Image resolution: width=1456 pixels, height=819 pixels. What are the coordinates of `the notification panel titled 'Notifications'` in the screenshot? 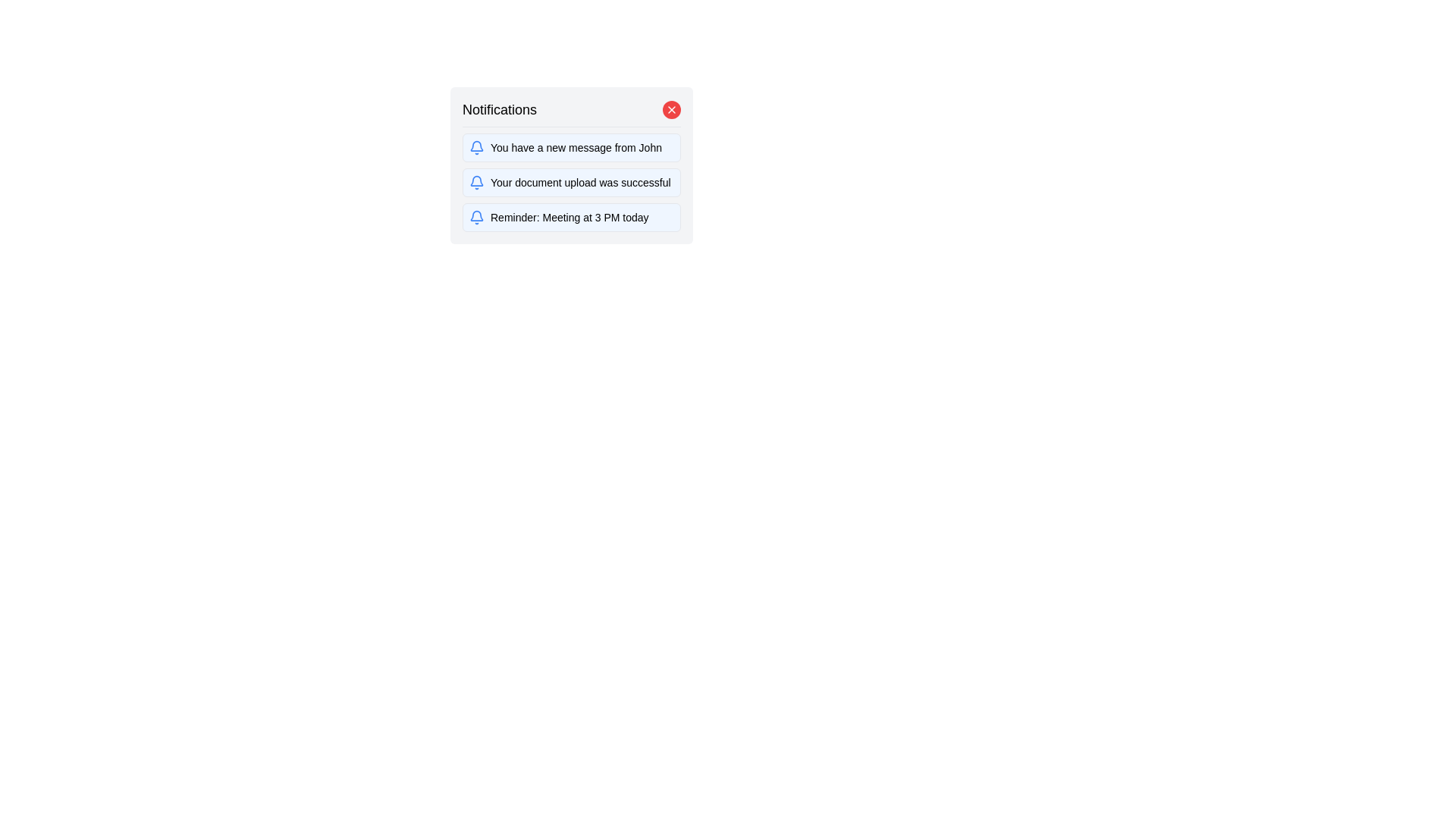 It's located at (570, 165).